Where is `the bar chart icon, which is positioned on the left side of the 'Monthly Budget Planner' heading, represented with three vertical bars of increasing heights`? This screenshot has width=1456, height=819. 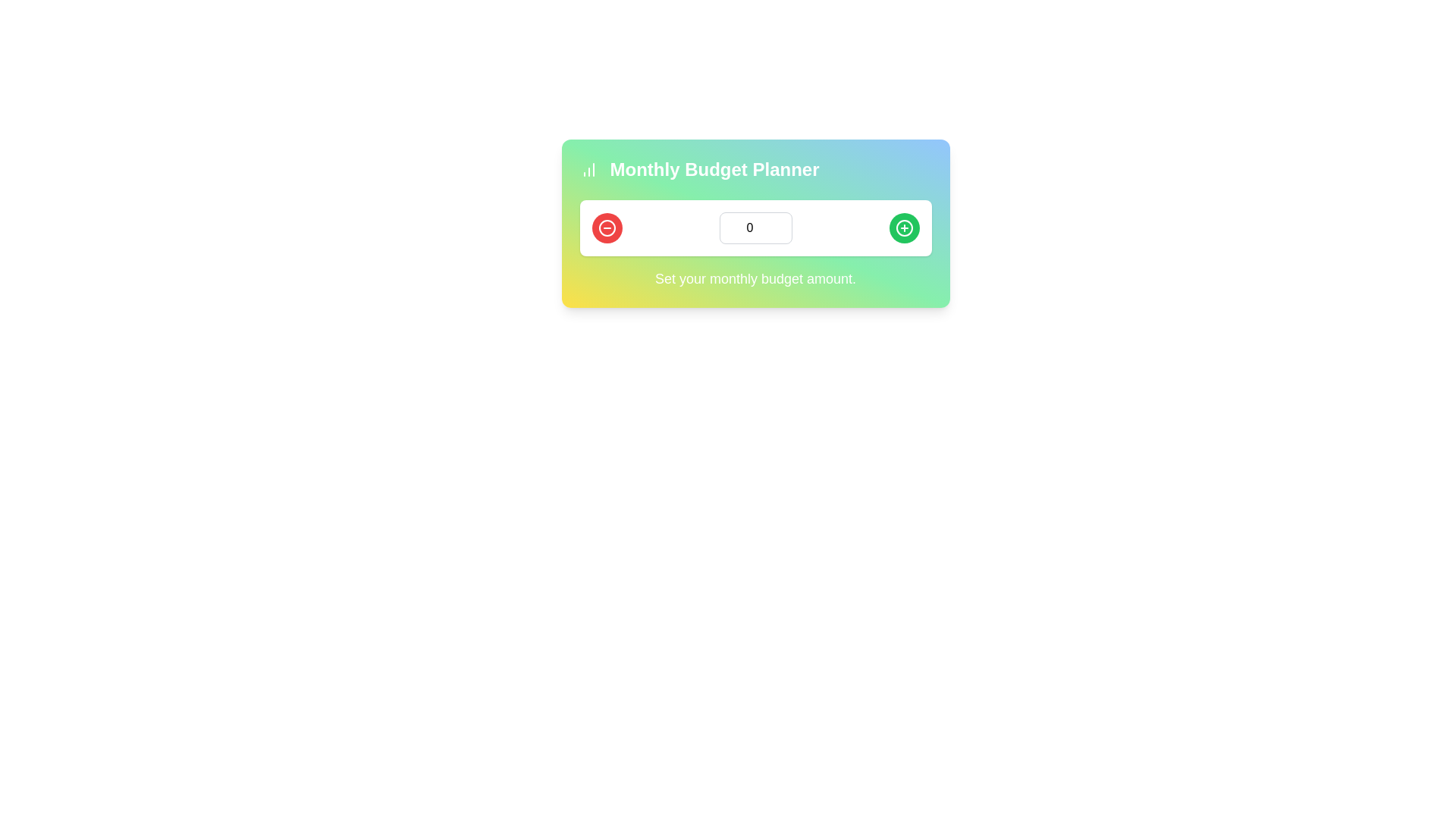
the bar chart icon, which is positioned on the left side of the 'Monthly Budget Planner' heading, represented with three vertical bars of increasing heights is located at coordinates (588, 169).